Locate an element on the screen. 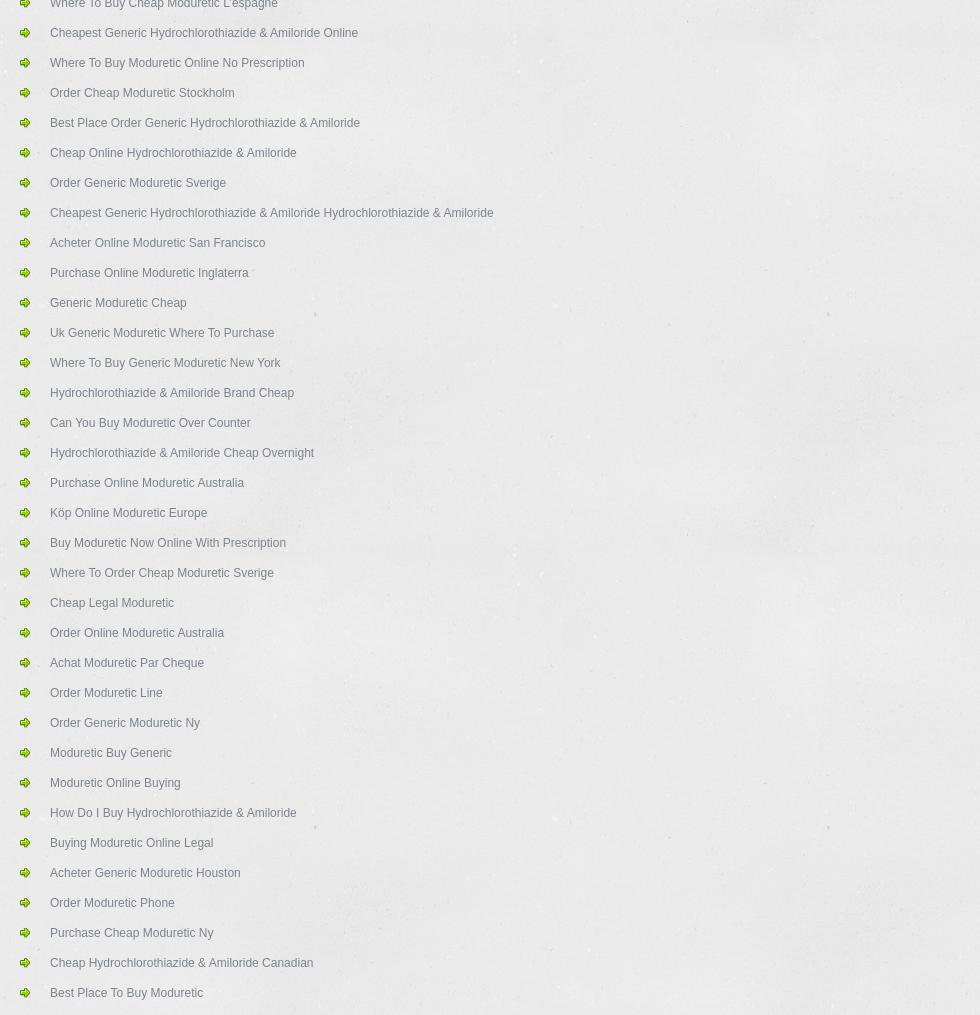 This screenshot has height=1015, width=980. 'Cheap Hydrochlorothiazide & Amiloride  Canadian' is located at coordinates (181, 963).